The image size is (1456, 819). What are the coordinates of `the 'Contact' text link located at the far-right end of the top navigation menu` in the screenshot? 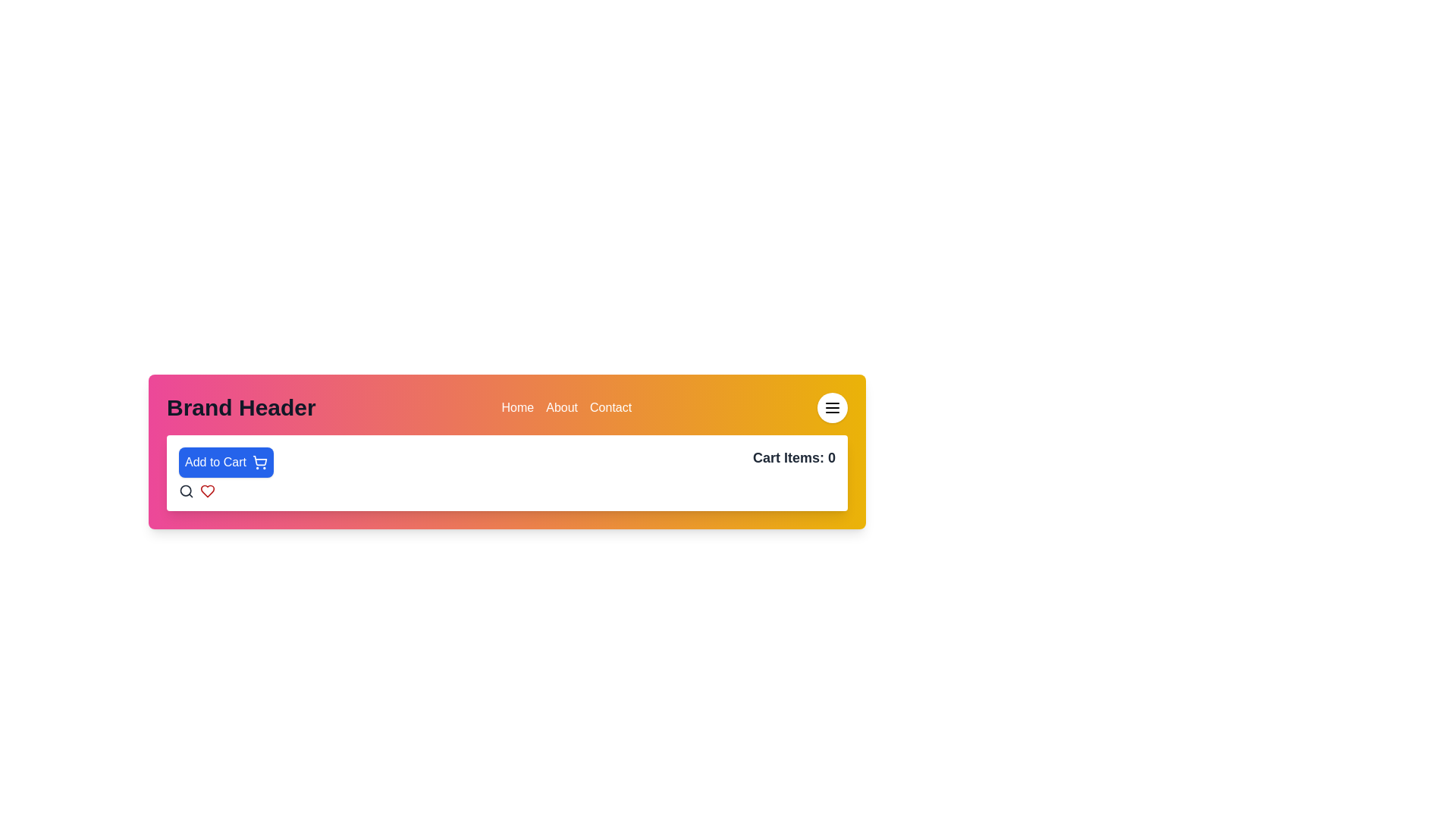 It's located at (610, 406).